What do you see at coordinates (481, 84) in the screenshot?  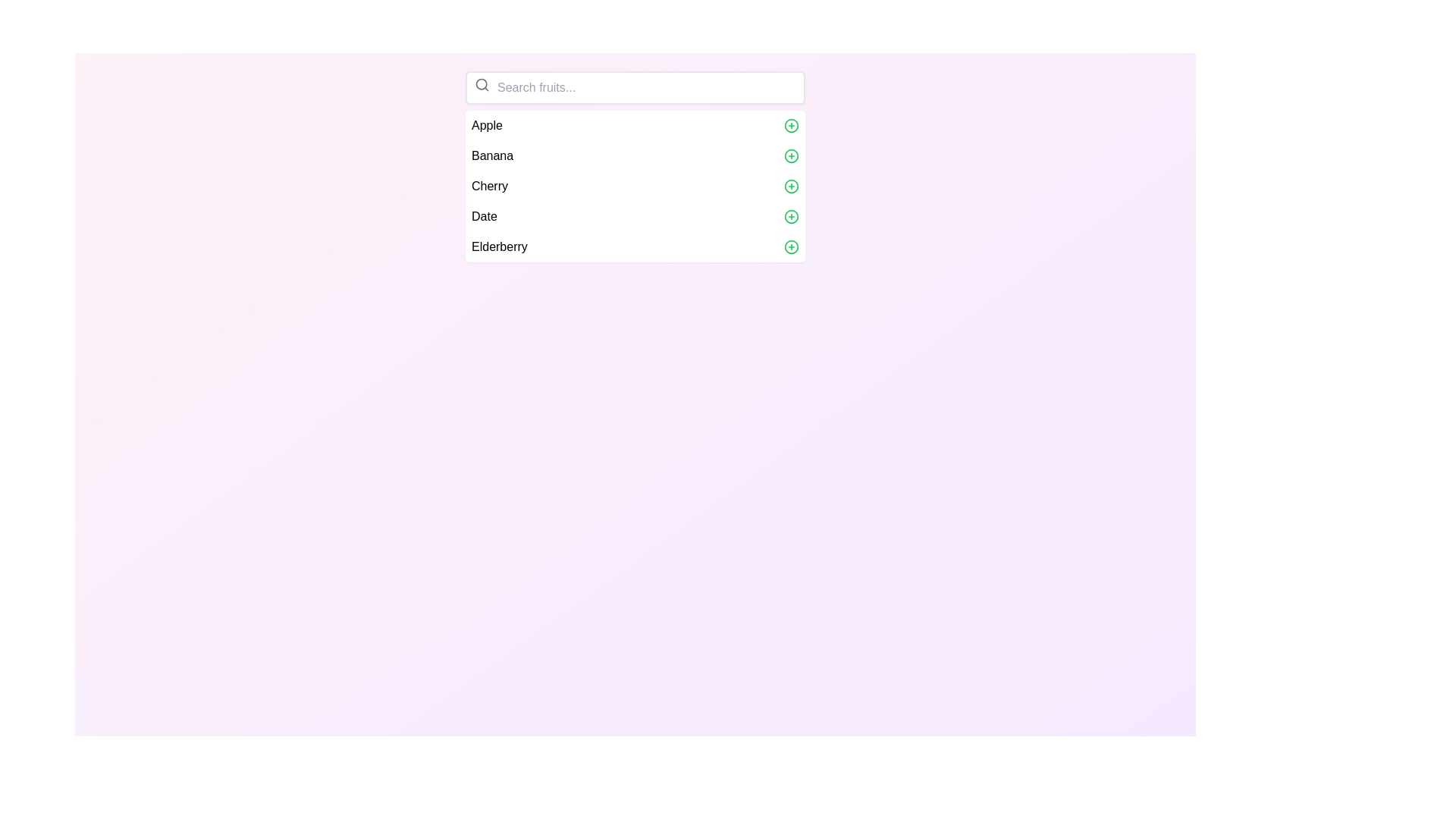 I see `the search icon located on the left part of the text input field, which indicates the search capability for entering a query` at bounding box center [481, 84].